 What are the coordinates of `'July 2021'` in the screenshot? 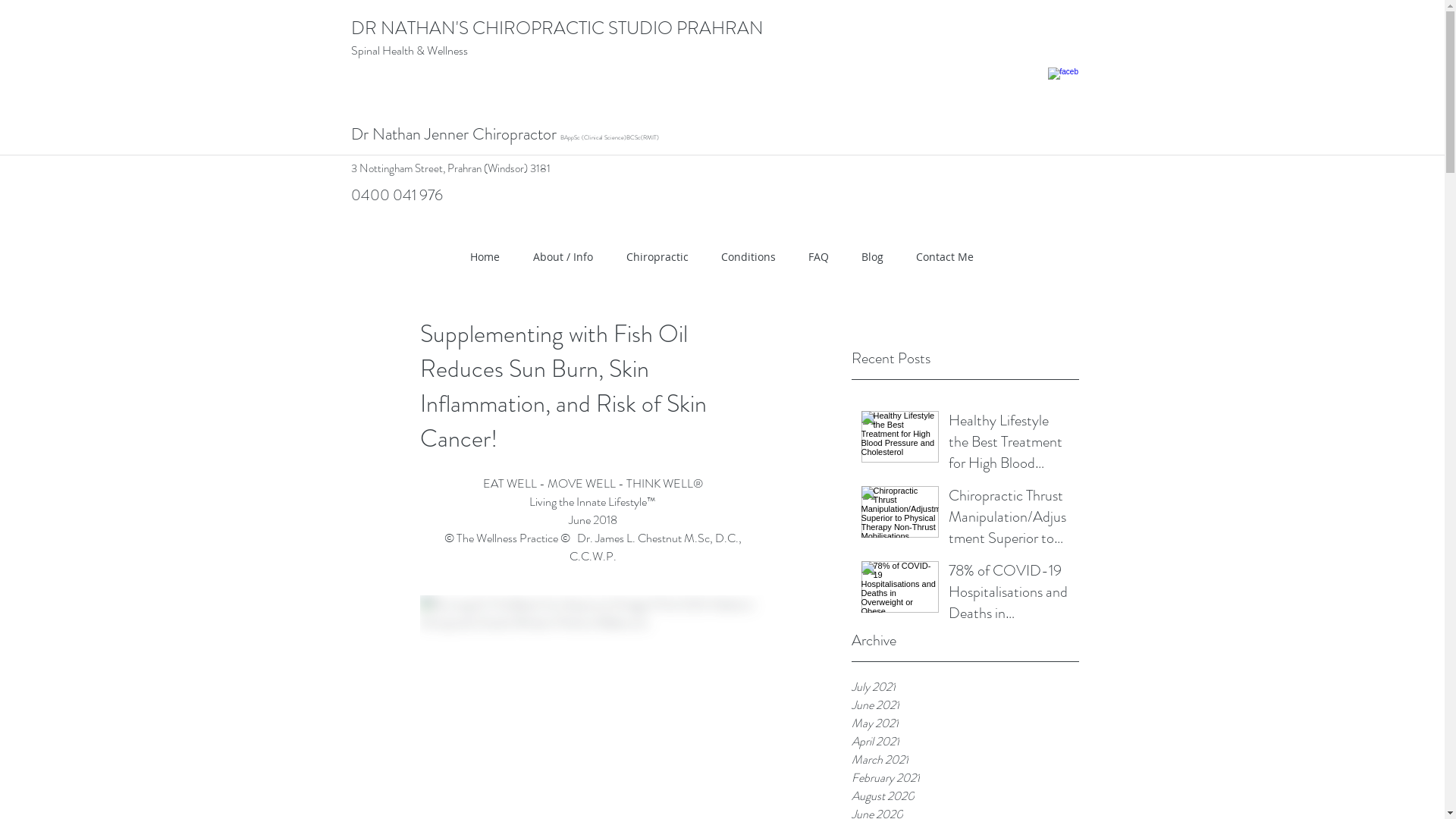 It's located at (964, 687).